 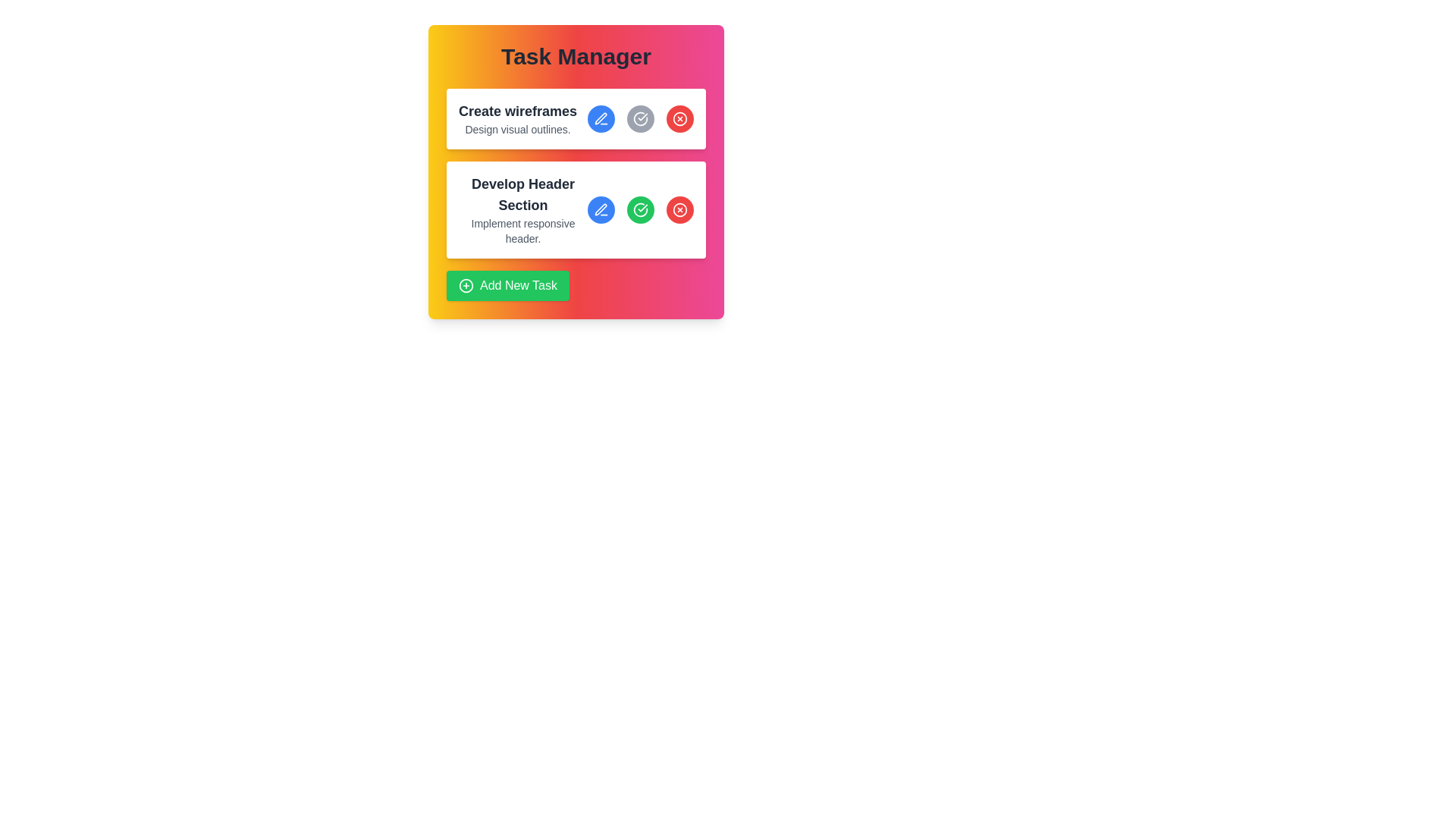 What do you see at coordinates (518, 128) in the screenshot?
I see `the Text Label that provides additional details for the task 'Create wireframes', located beneath the heading 'Create wireframes' in the task manager interface` at bounding box center [518, 128].